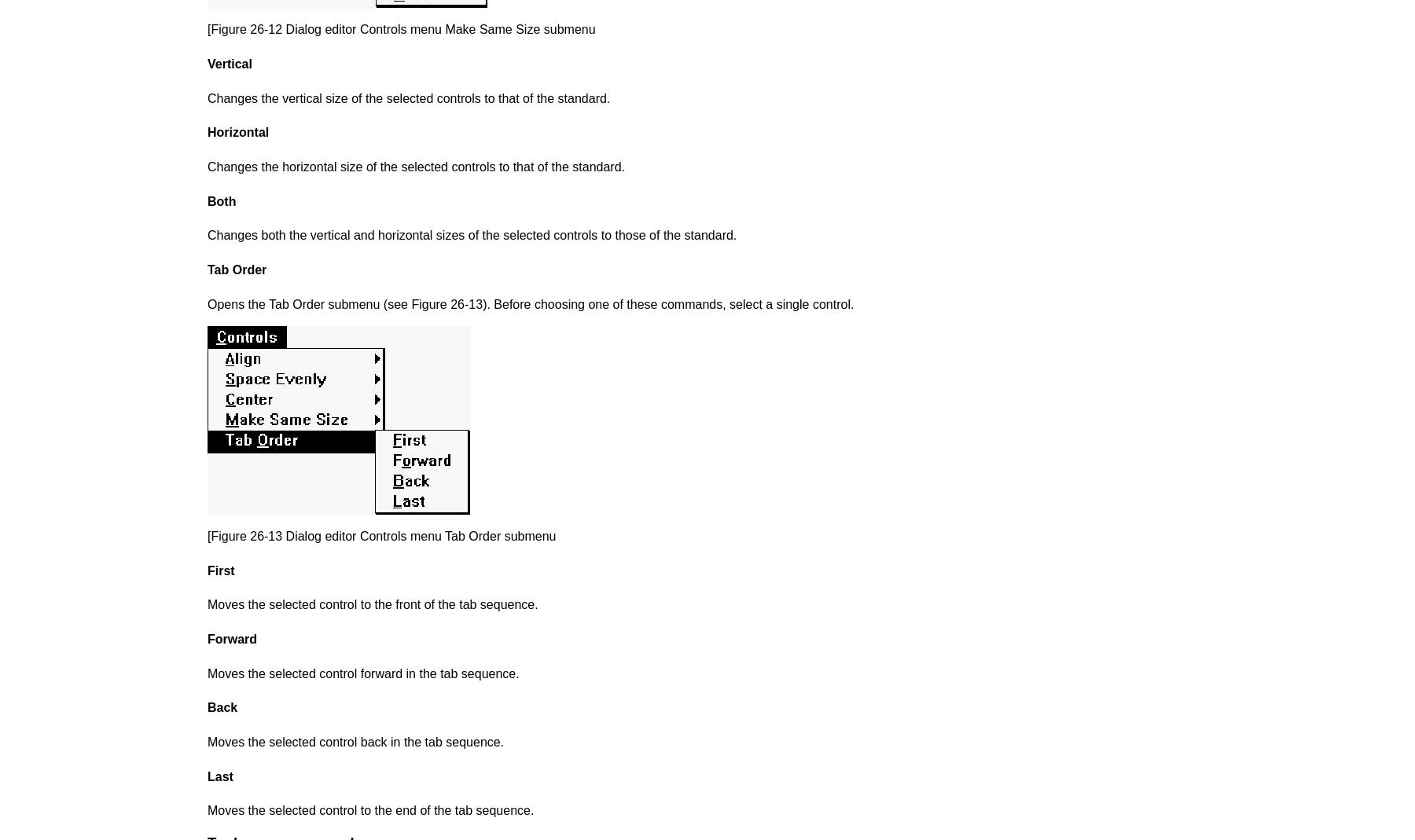 The image size is (1415, 840). Describe the element at coordinates (380, 535) in the screenshot. I see `'[Figure 26-13 Dialog editor Controls menu Tab Order submenu'` at that location.